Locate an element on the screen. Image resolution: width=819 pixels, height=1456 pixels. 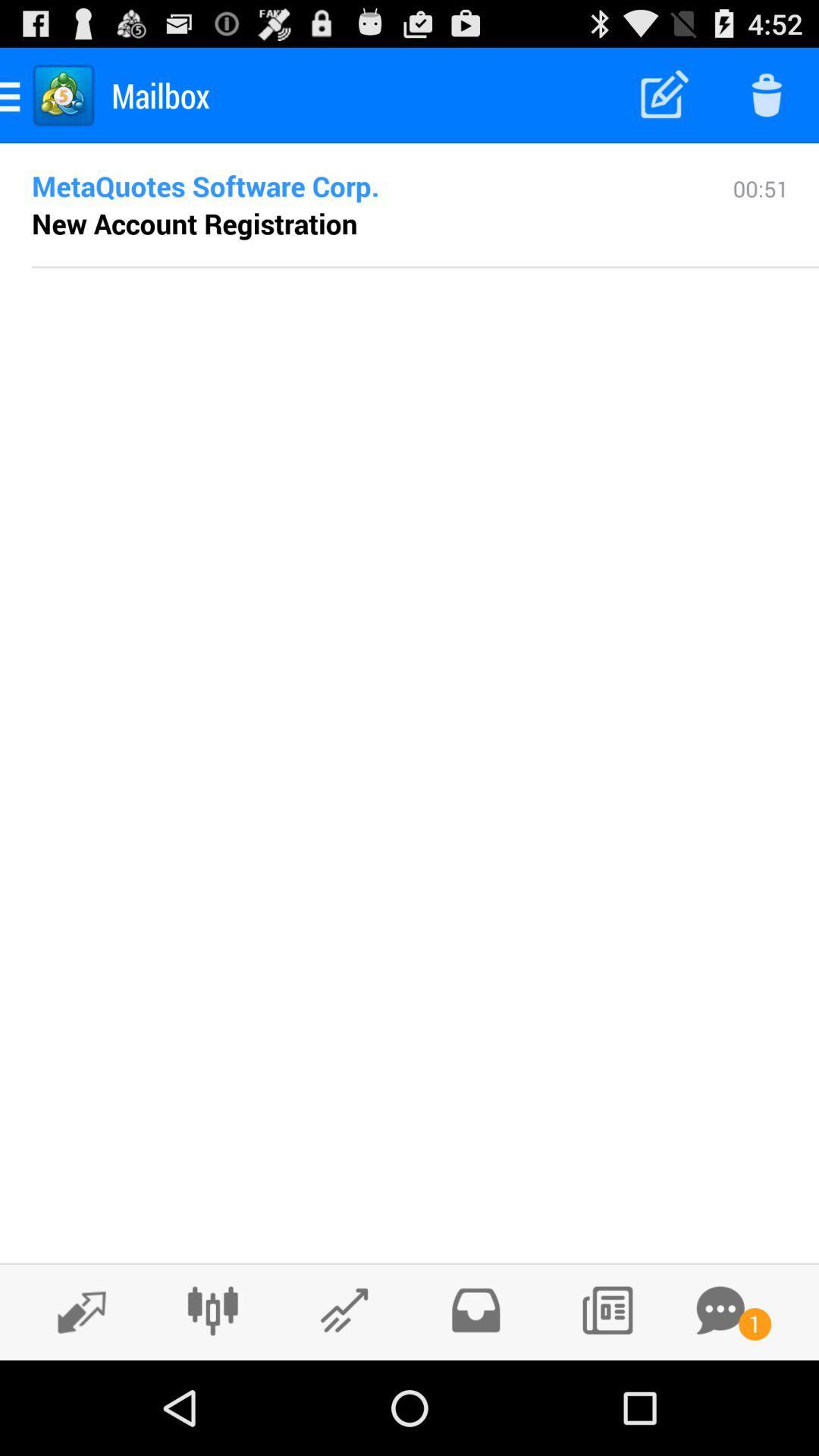
item to the left of the 00:51 icon is located at coordinates (193, 222).